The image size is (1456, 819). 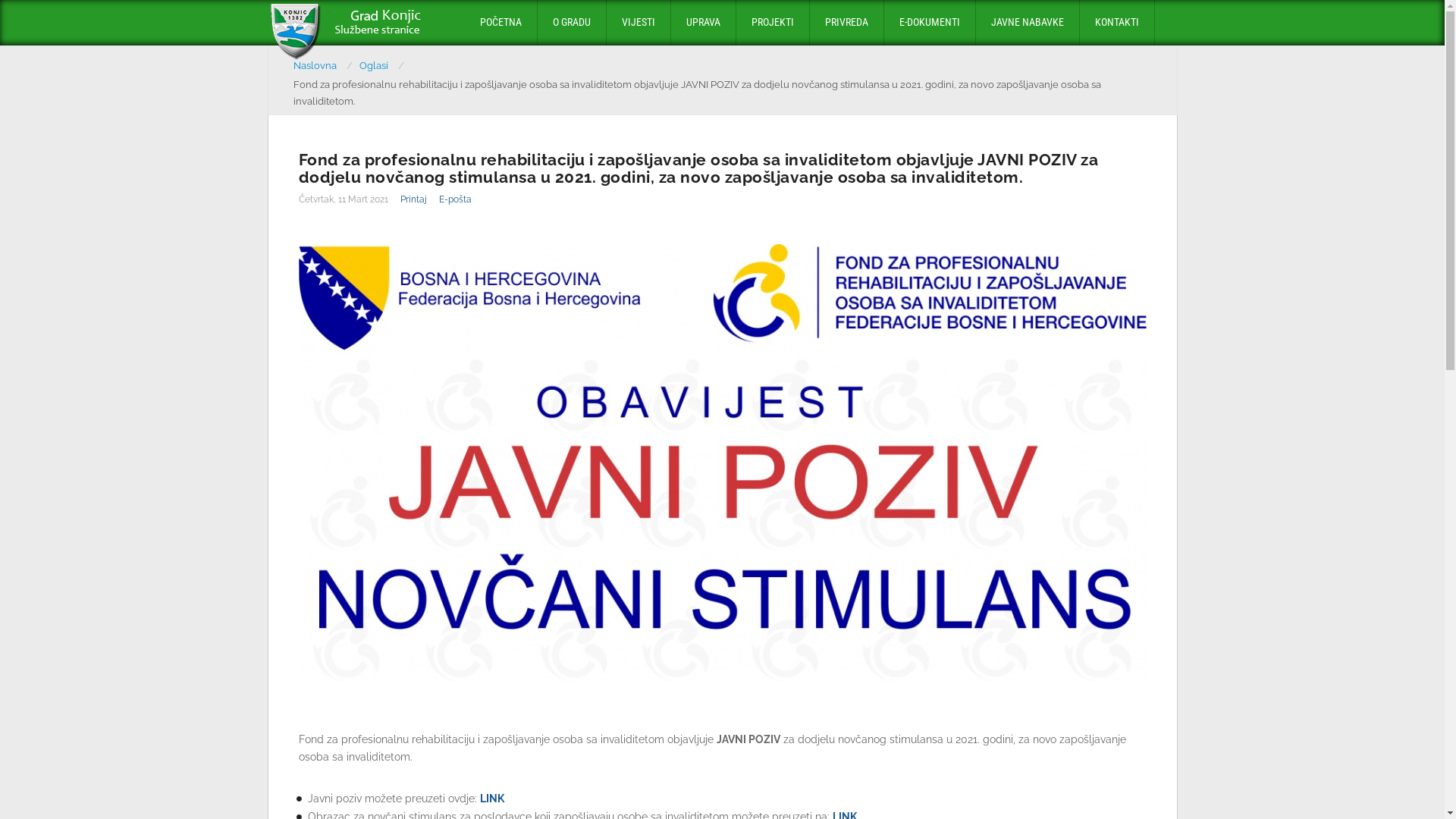 I want to click on 'LINK', so click(x=491, y=797).